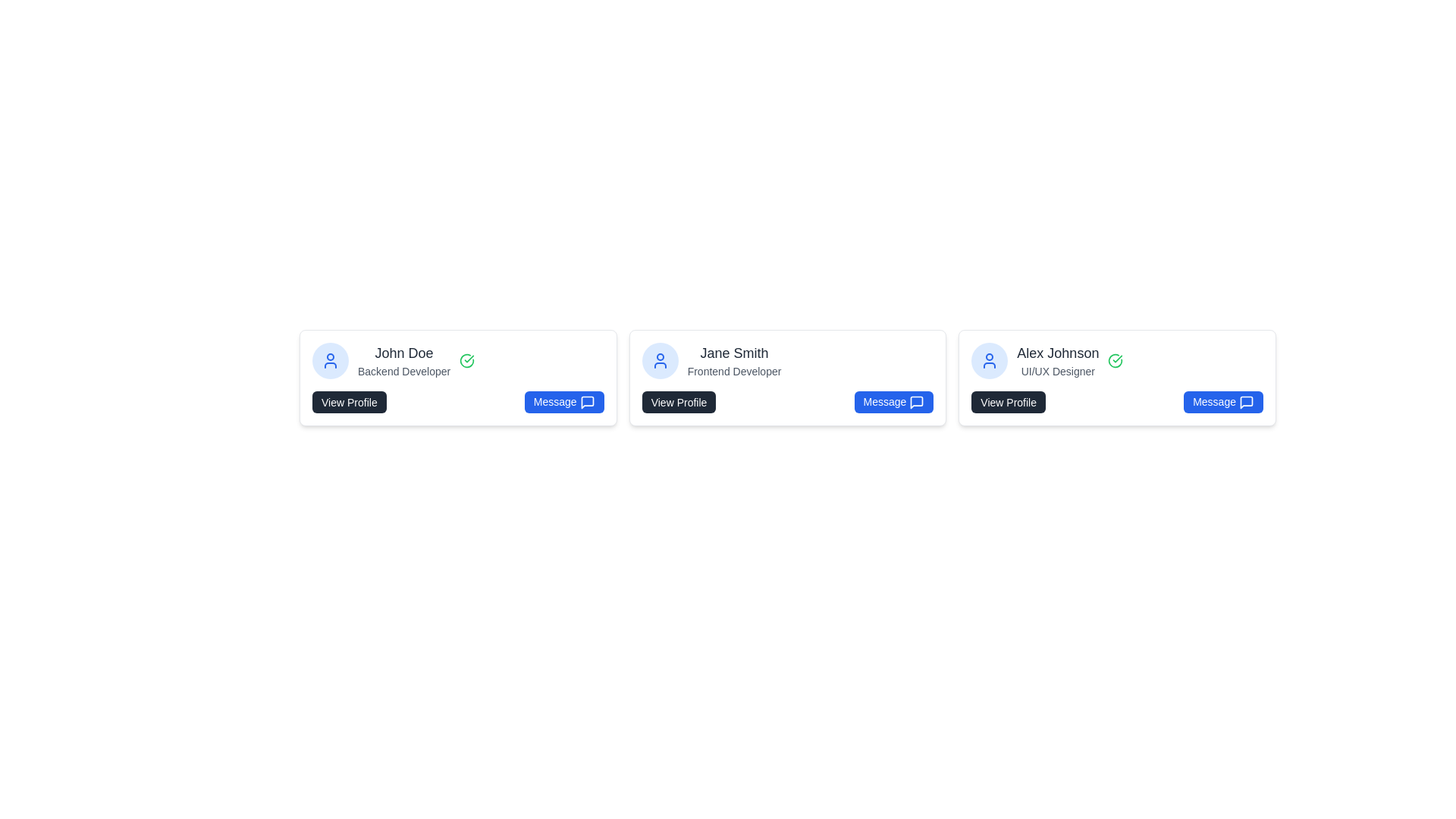 This screenshot has height=819, width=1456. Describe the element at coordinates (348, 401) in the screenshot. I see `the 'View Profile' button, which is a rectangular button with rounded corners and a dark gray background, containing the white text 'View Profile' centered within it, located on the left side of the user information card for 'John Doe, Backend Developer'` at that location.